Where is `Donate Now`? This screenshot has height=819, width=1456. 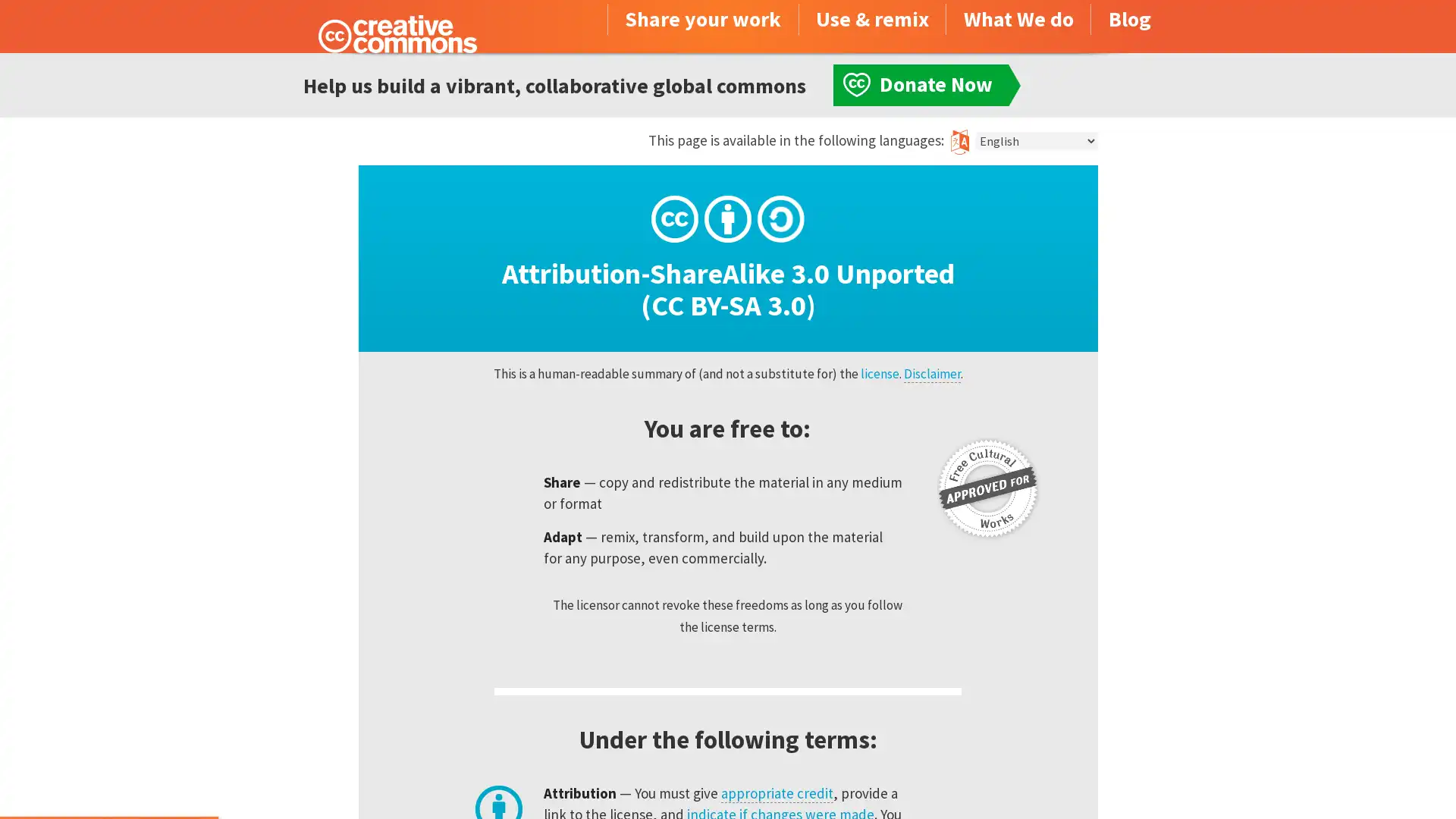
Donate Now is located at coordinates (108, 778).